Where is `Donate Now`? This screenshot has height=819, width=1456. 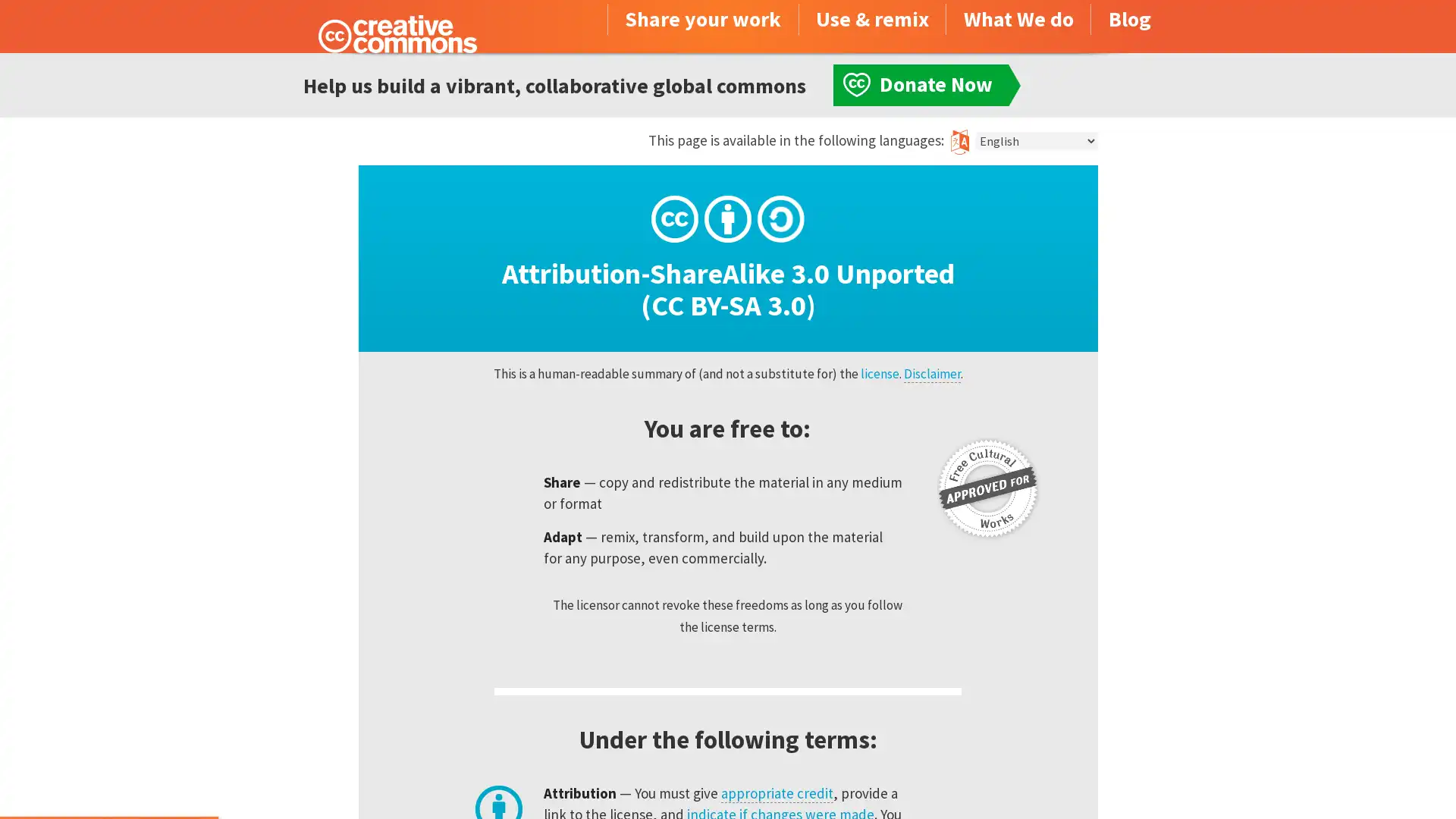
Donate Now is located at coordinates (108, 778).